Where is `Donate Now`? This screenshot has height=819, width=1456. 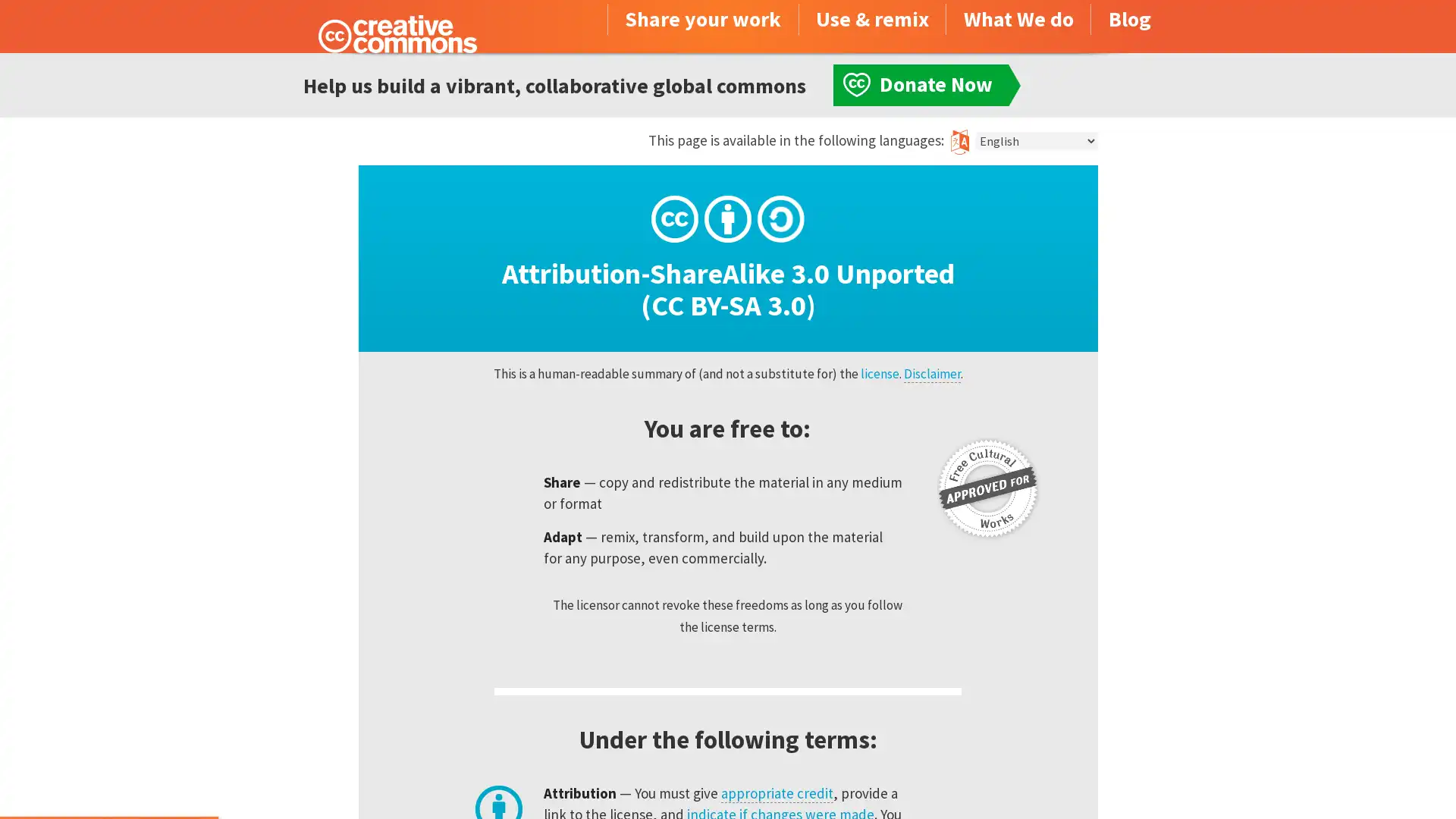
Donate Now is located at coordinates (108, 778).